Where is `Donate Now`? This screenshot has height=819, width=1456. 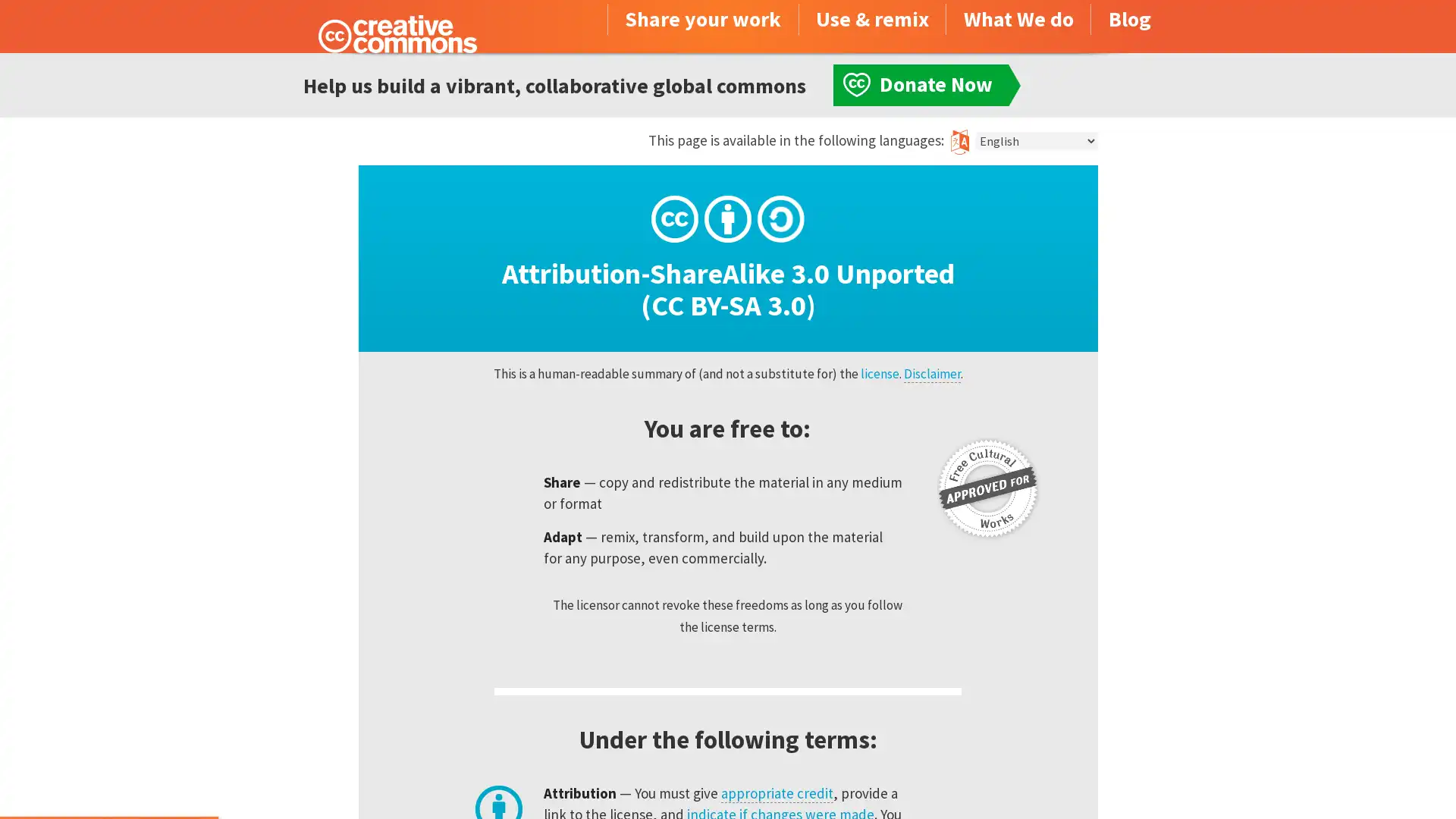
Donate Now is located at coordinates (108, 778).